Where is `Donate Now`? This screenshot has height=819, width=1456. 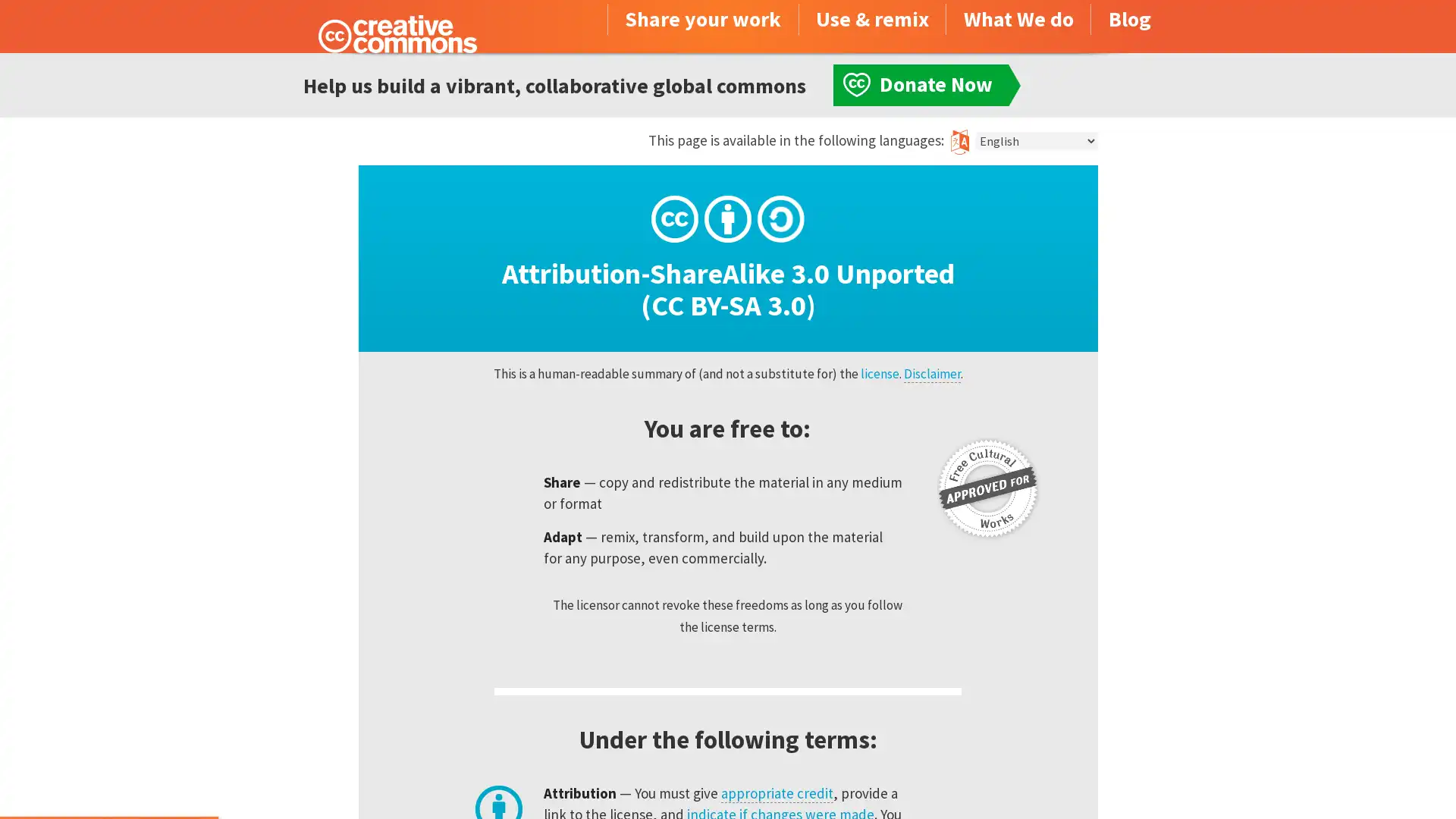
Donate Now is located at coordinates (108, 778).